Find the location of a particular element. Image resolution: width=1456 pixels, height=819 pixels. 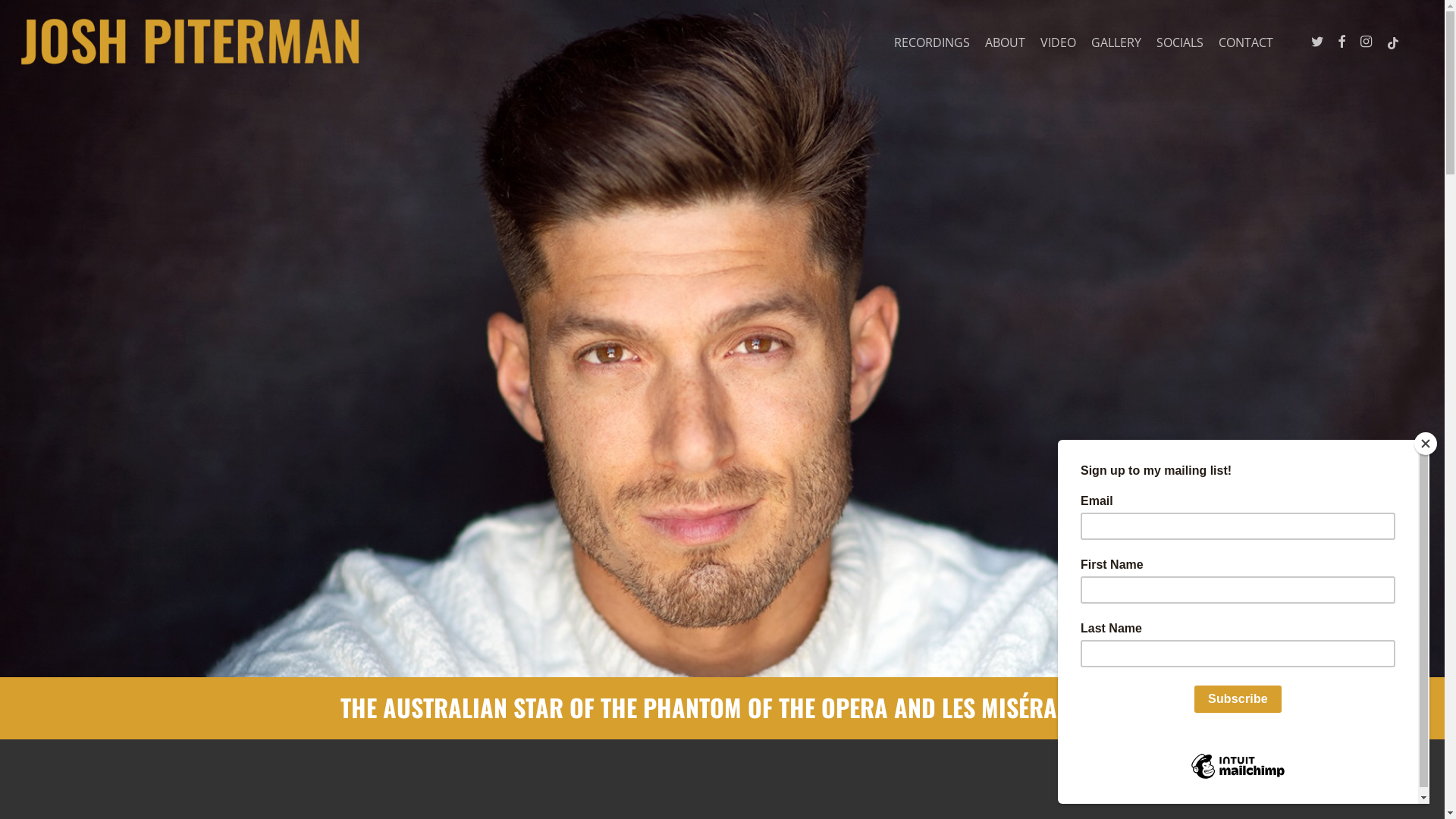

'TWITTER' is located at coordinates (1316, 40).